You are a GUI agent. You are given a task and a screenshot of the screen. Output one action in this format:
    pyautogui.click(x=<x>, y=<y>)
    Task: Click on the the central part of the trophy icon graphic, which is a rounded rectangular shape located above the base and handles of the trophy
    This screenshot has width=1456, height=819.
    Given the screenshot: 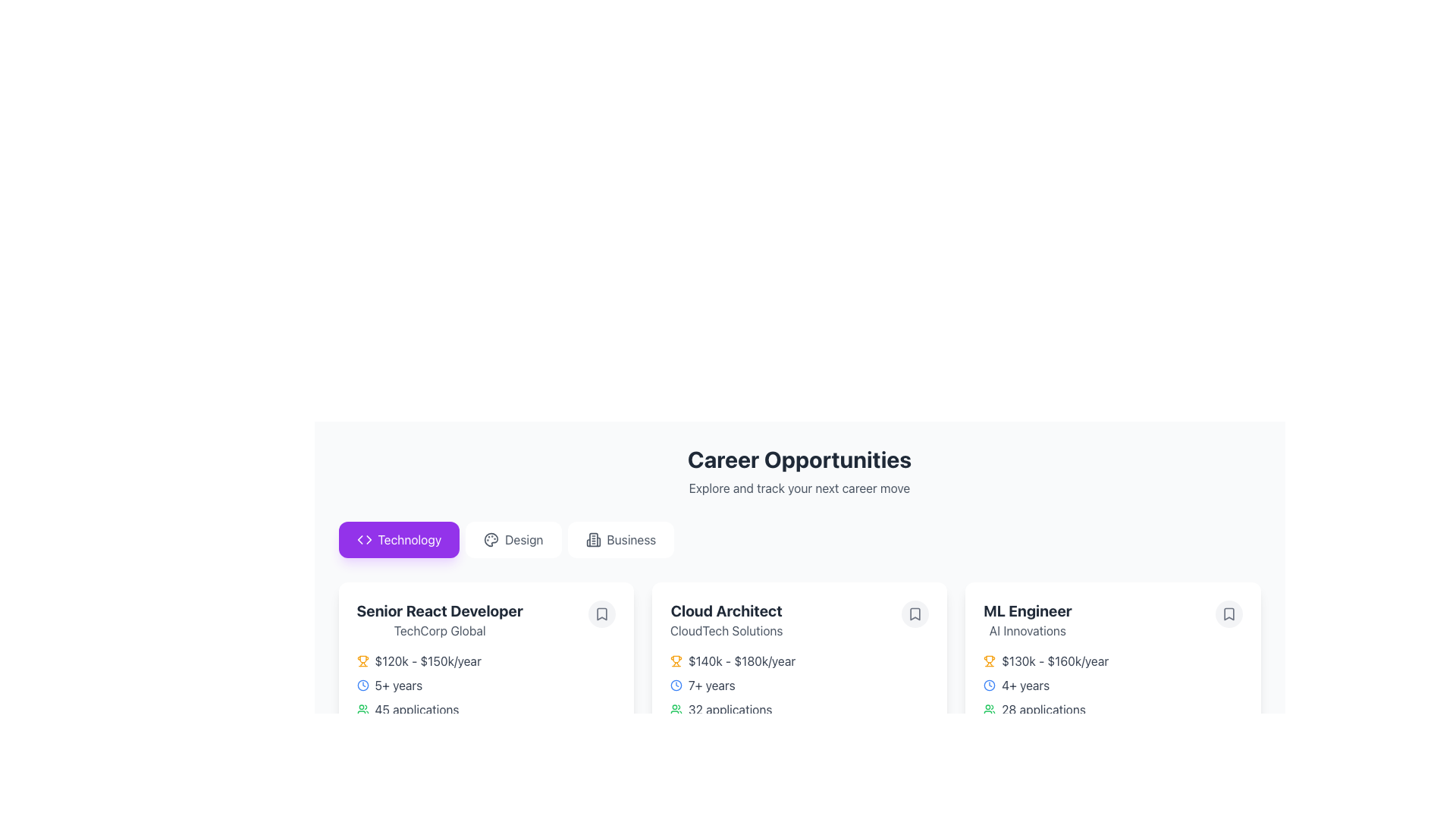 What is the action you would take?
    pyautogui.click(x=362, y=658)
    